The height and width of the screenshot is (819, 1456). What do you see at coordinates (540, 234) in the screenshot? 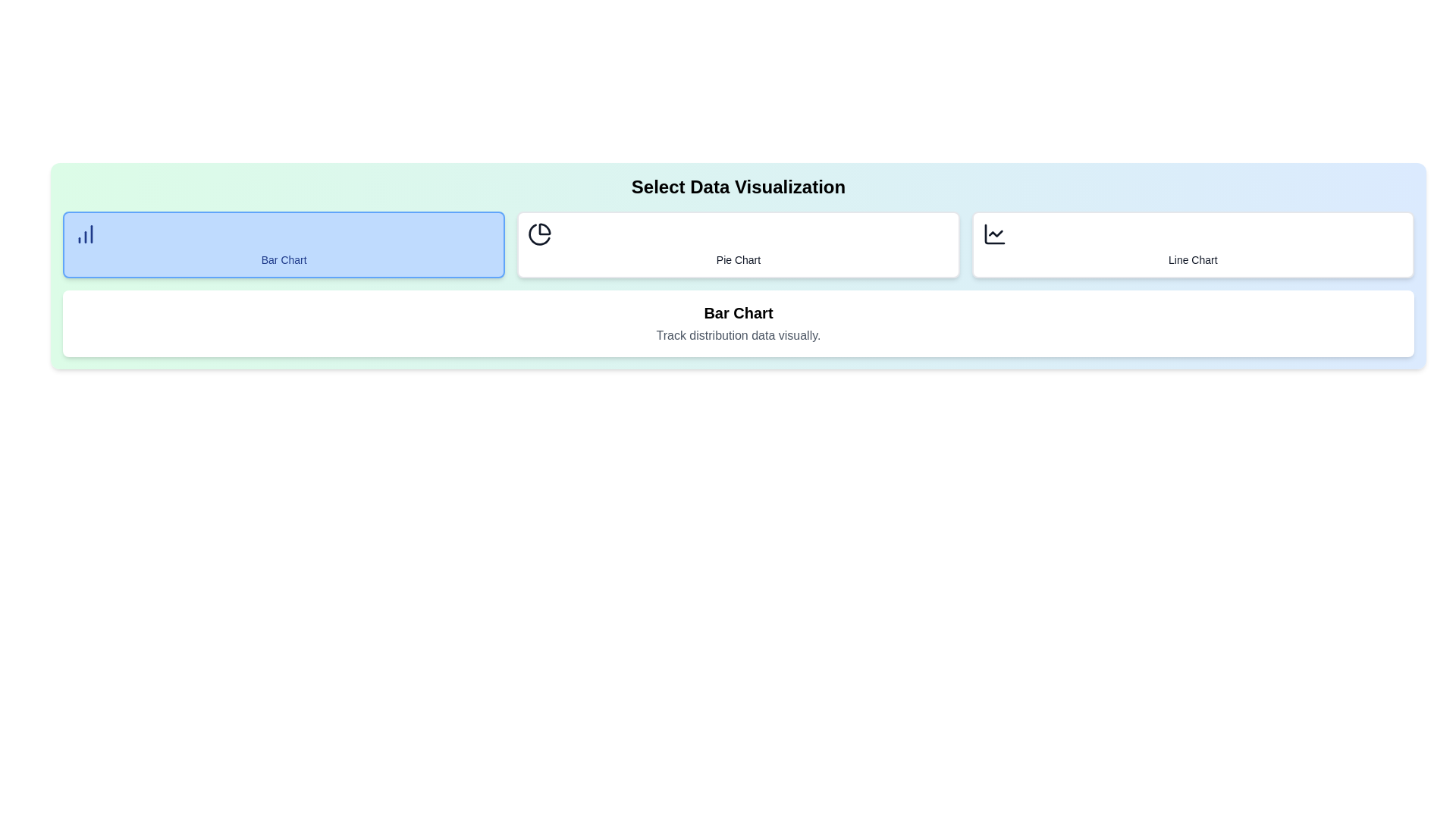
I see `the 'Pie Chart' icon located in the second rectangular option area of the data visualization selection row, positioned to the left of the text 'Pie Chart'` at bounding box center [540, 234].